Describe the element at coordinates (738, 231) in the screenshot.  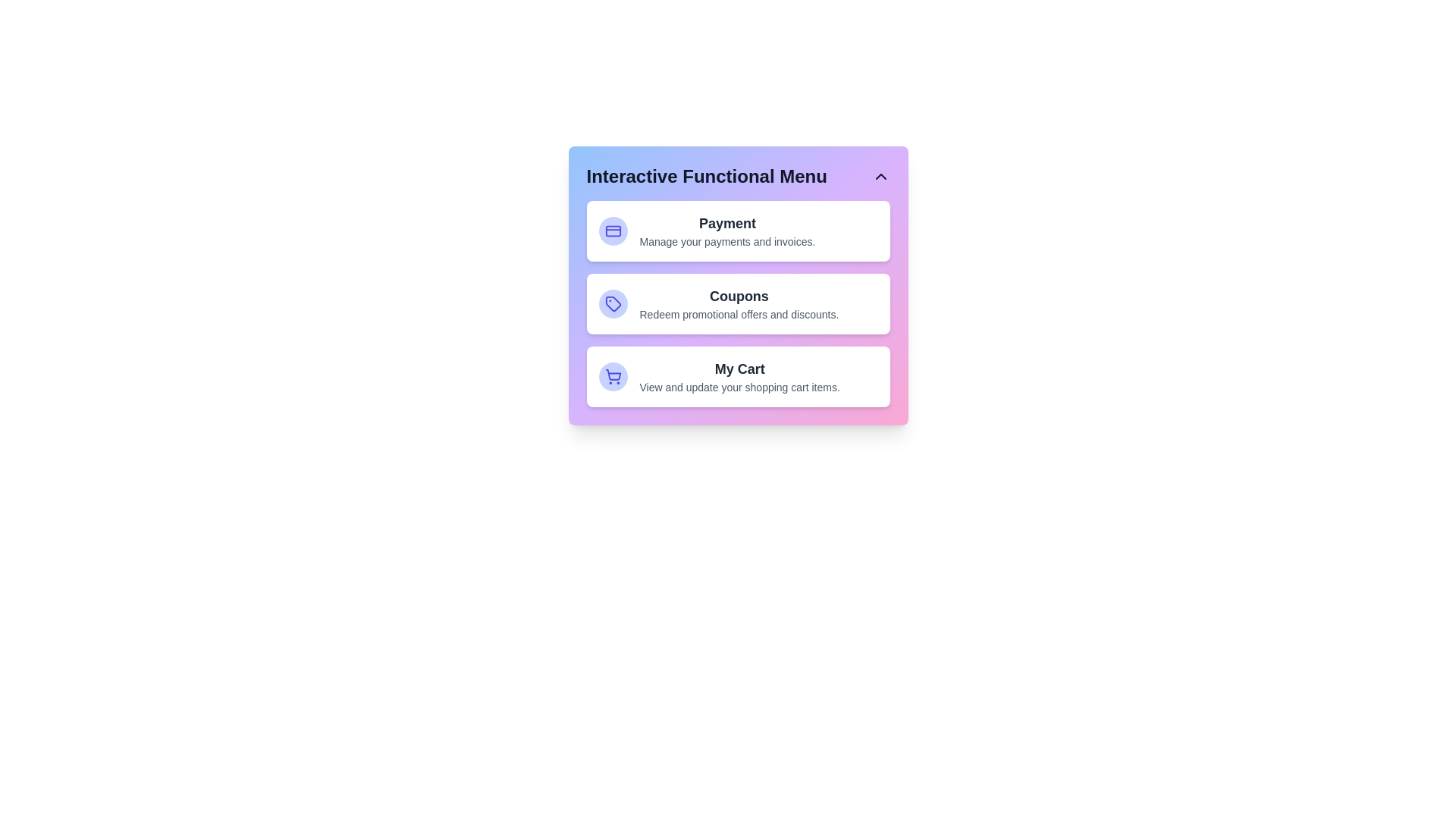
I see `the menu item Payment to view its hover effect` at that location.